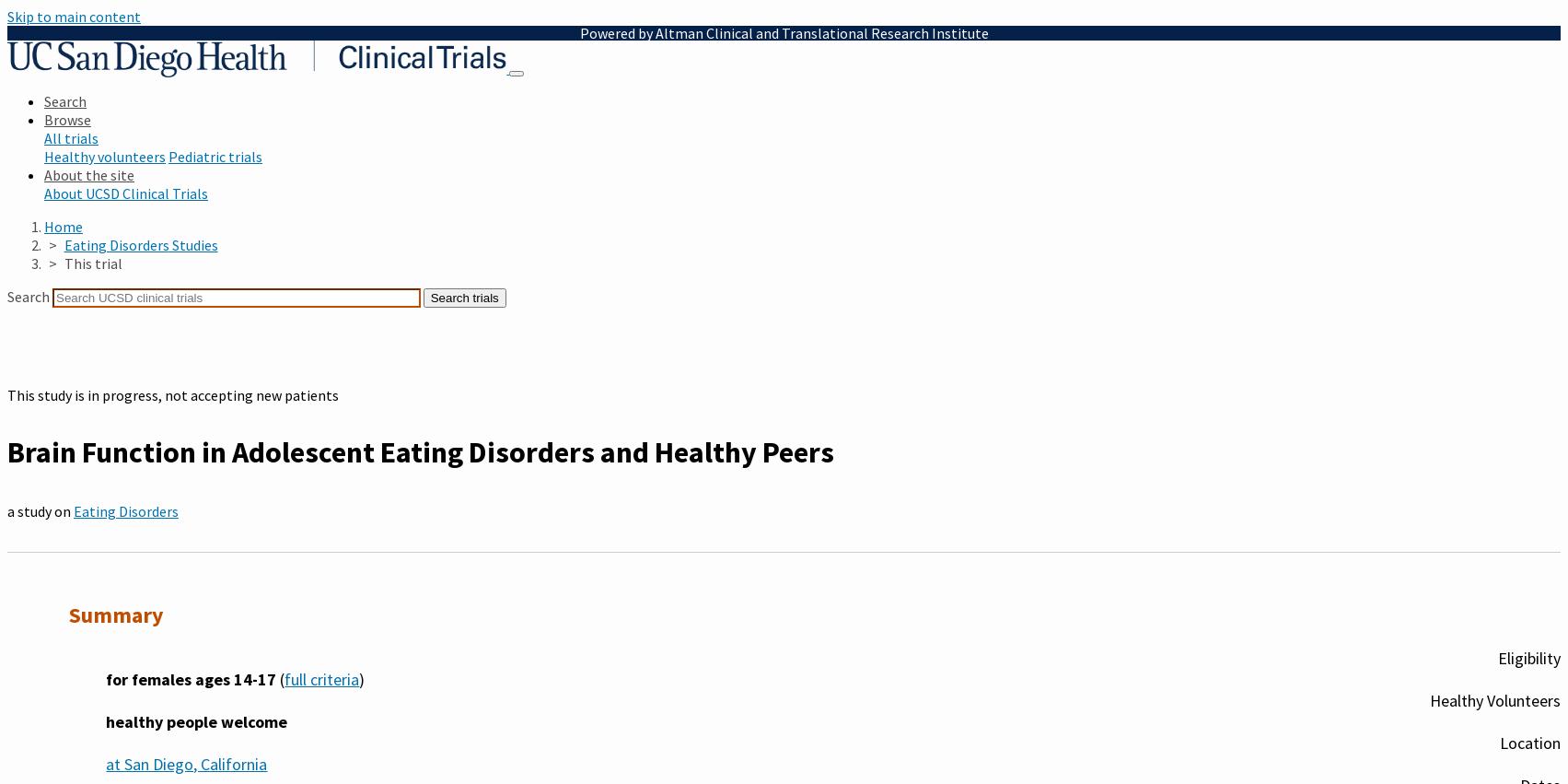  What do you see at coordinates (195, 720) in the screenshot?
I see `'healthy people welcome'` at bounding box center [195, 720].